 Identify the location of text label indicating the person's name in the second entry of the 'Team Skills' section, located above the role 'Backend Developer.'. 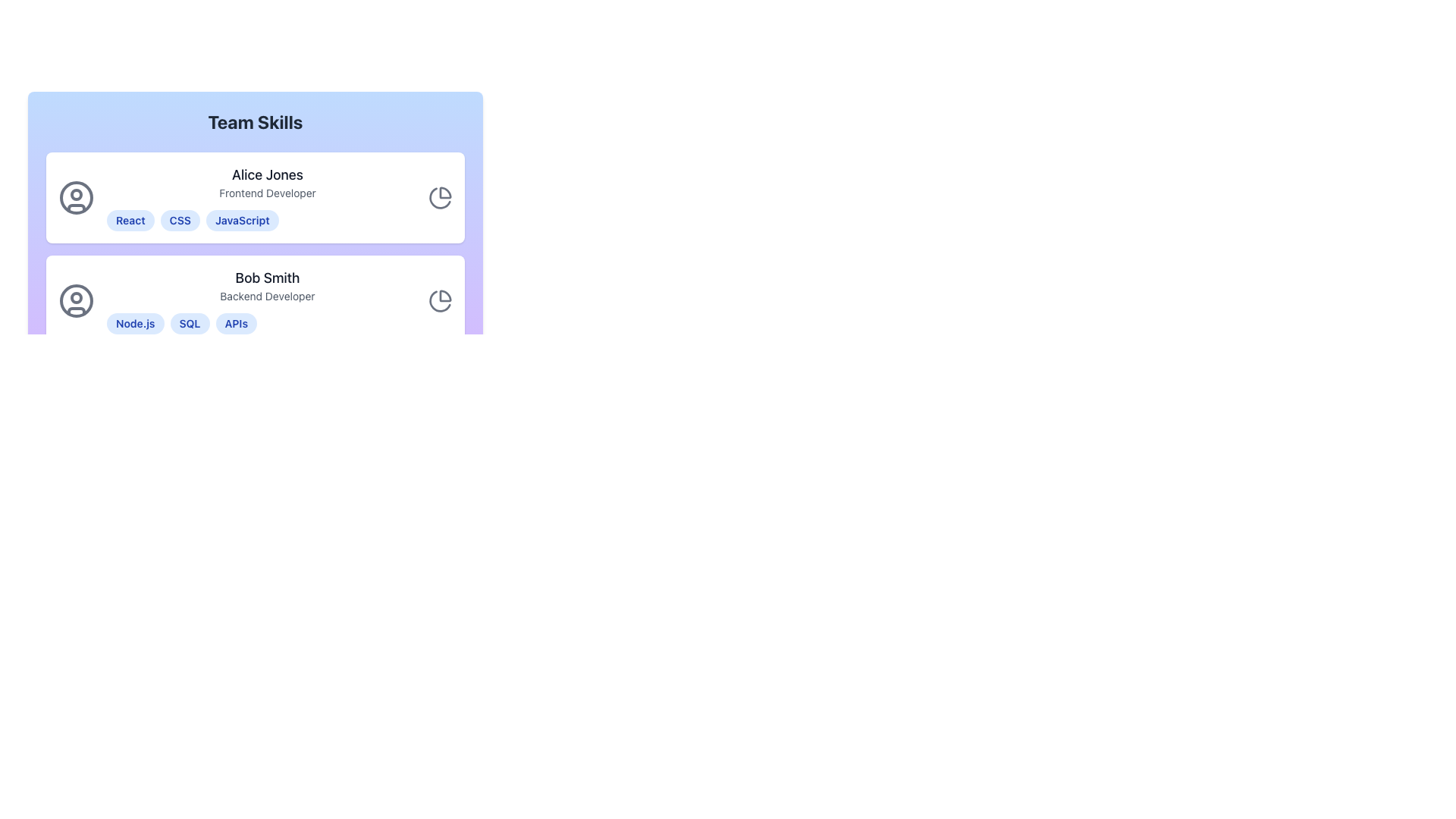
(268, 278).